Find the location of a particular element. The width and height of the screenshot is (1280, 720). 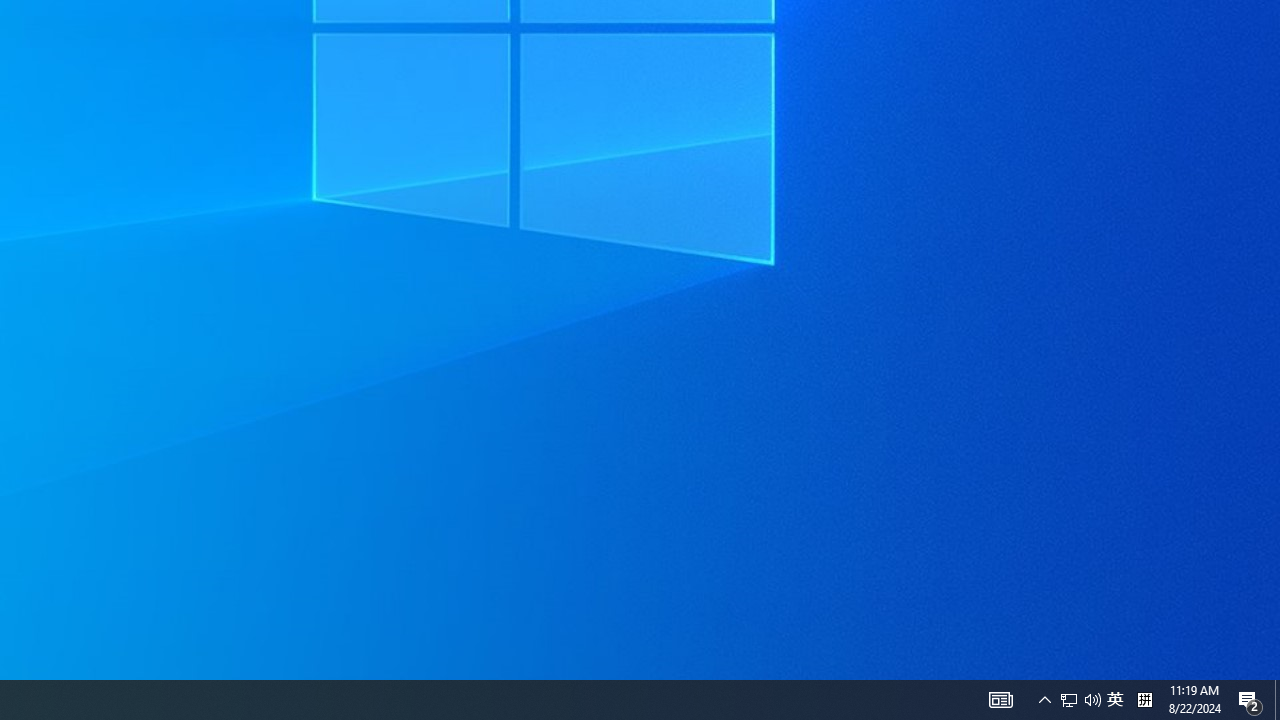

'Notification Chevron' is located at coordinates (1044, 698).